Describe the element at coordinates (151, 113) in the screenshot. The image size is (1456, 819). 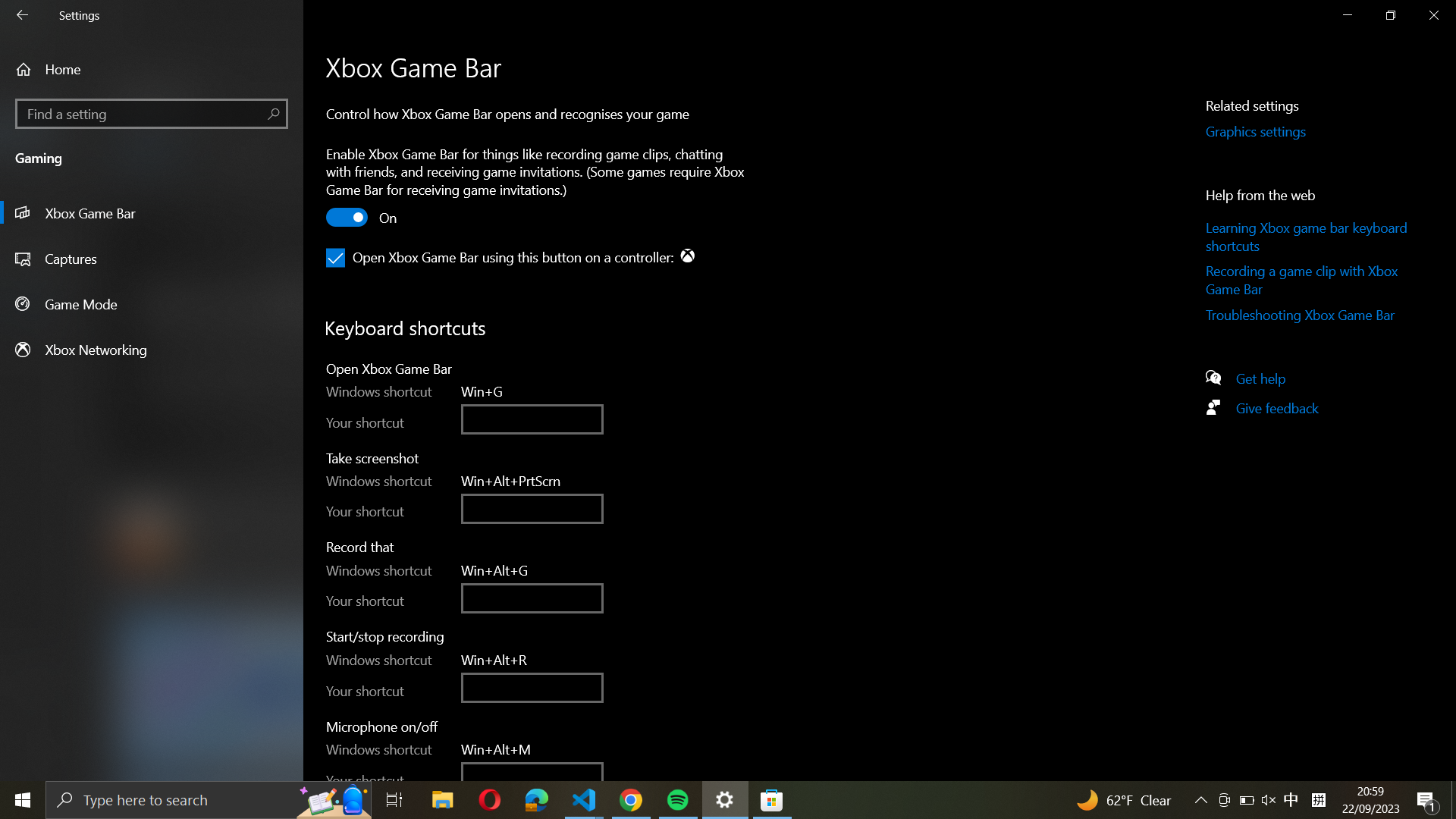
I see `the "Find a setting" interface` at that location.